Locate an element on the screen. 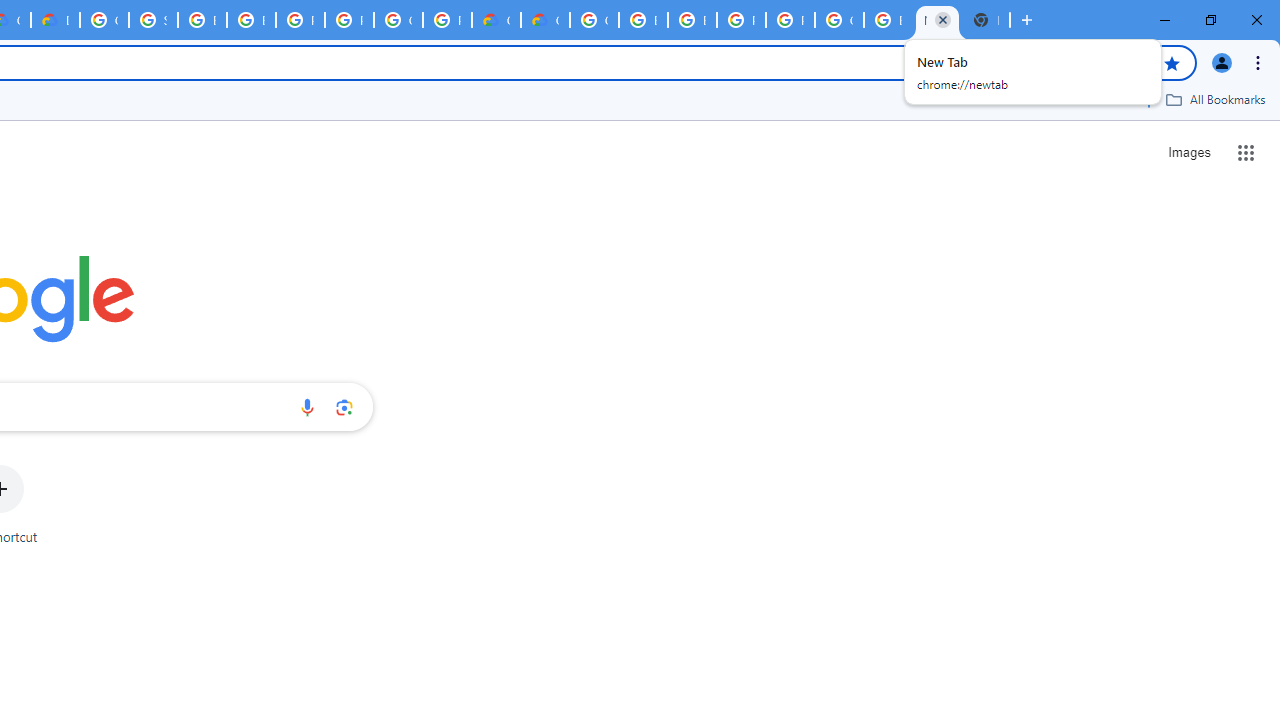 This screenshot has width=1280, height=720. 'Sign in - Google Accounts' is located at coordinates (152, 20).